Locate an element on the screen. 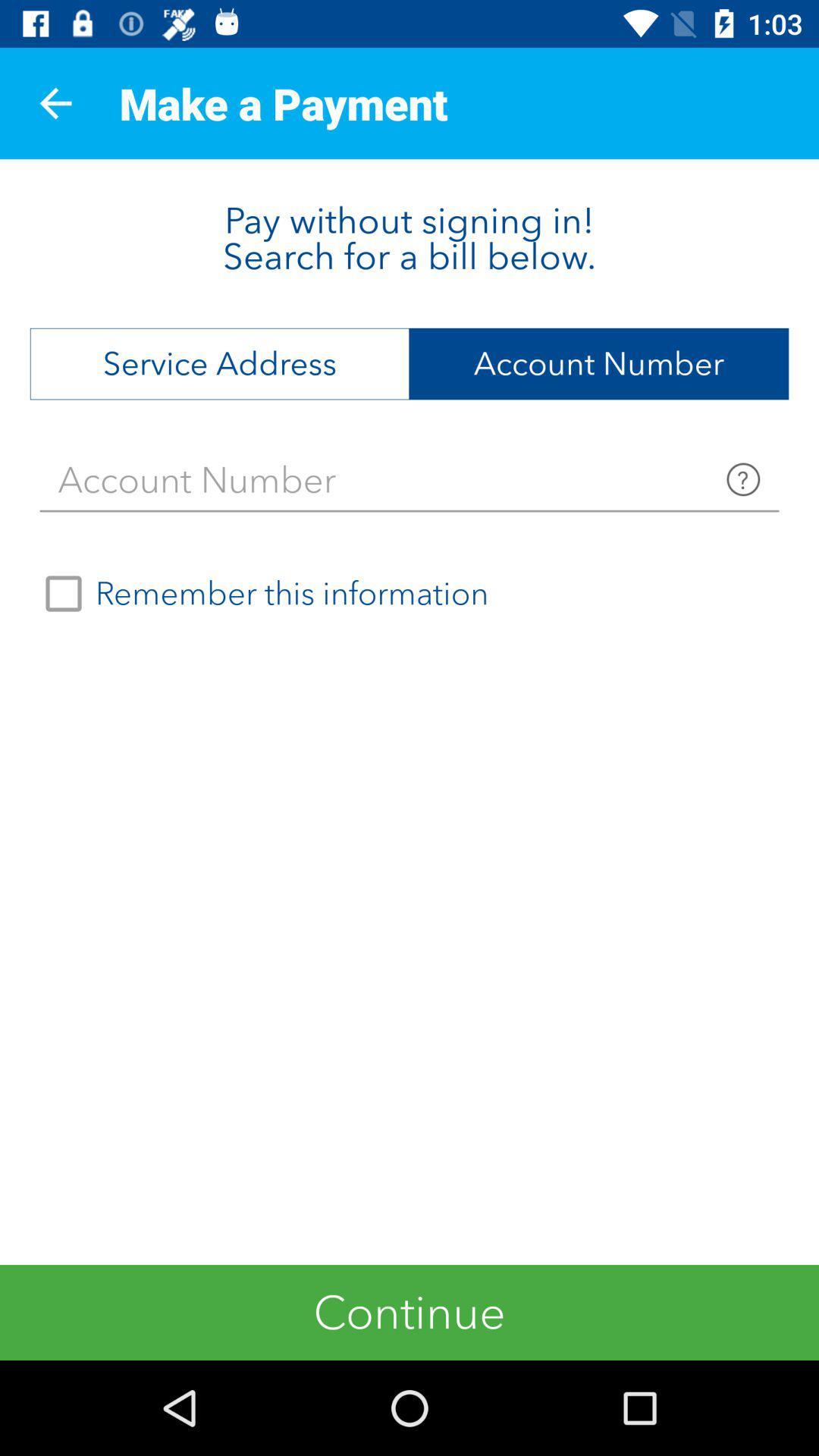 The height and width of the screenshot is (1456, 819). icon next to the service address is located at coordinates (598, 364).